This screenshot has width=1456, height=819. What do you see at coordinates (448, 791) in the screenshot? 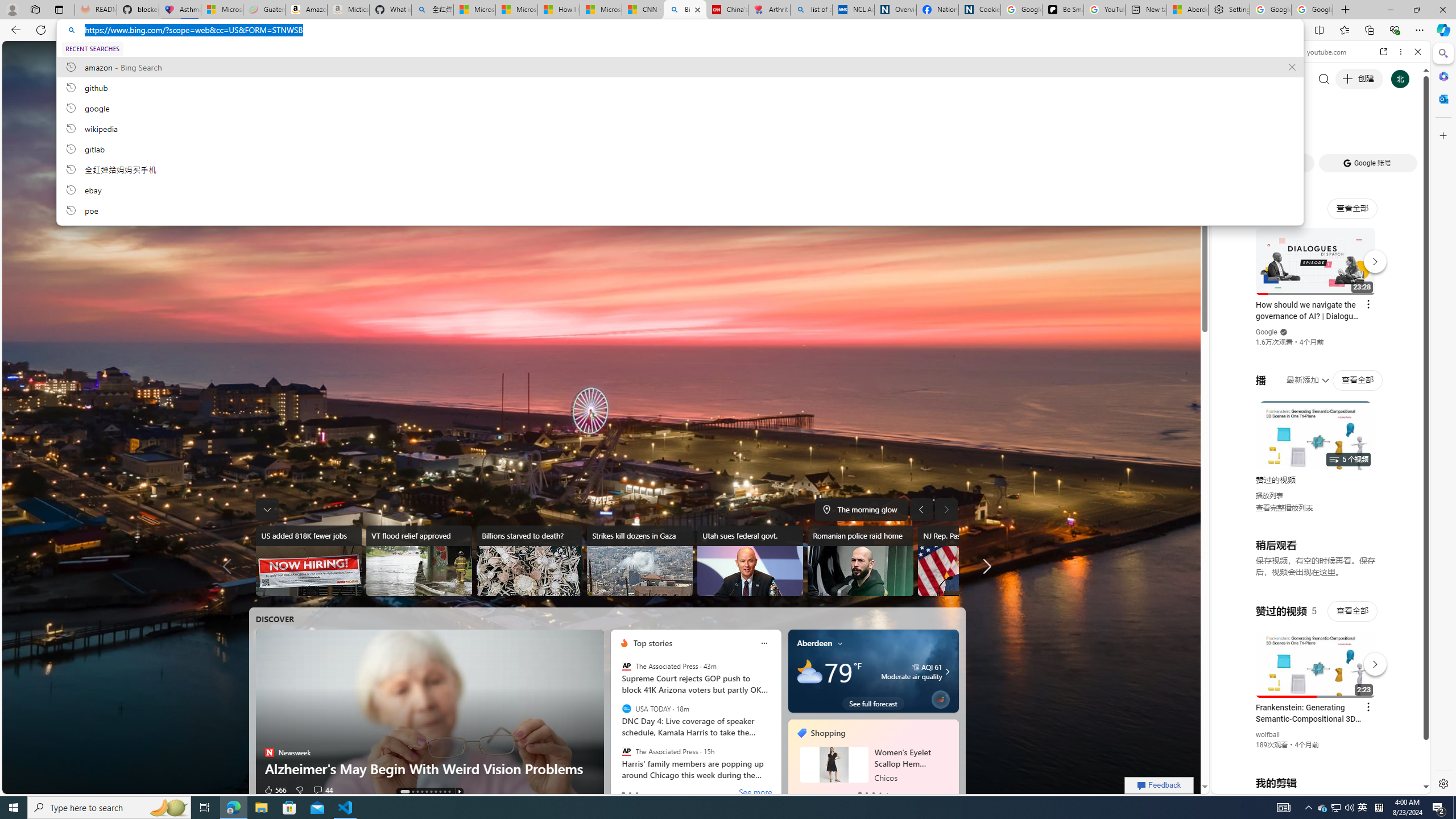
I see `'AutomationID: tab-9'` at bounding box center [448, 791].